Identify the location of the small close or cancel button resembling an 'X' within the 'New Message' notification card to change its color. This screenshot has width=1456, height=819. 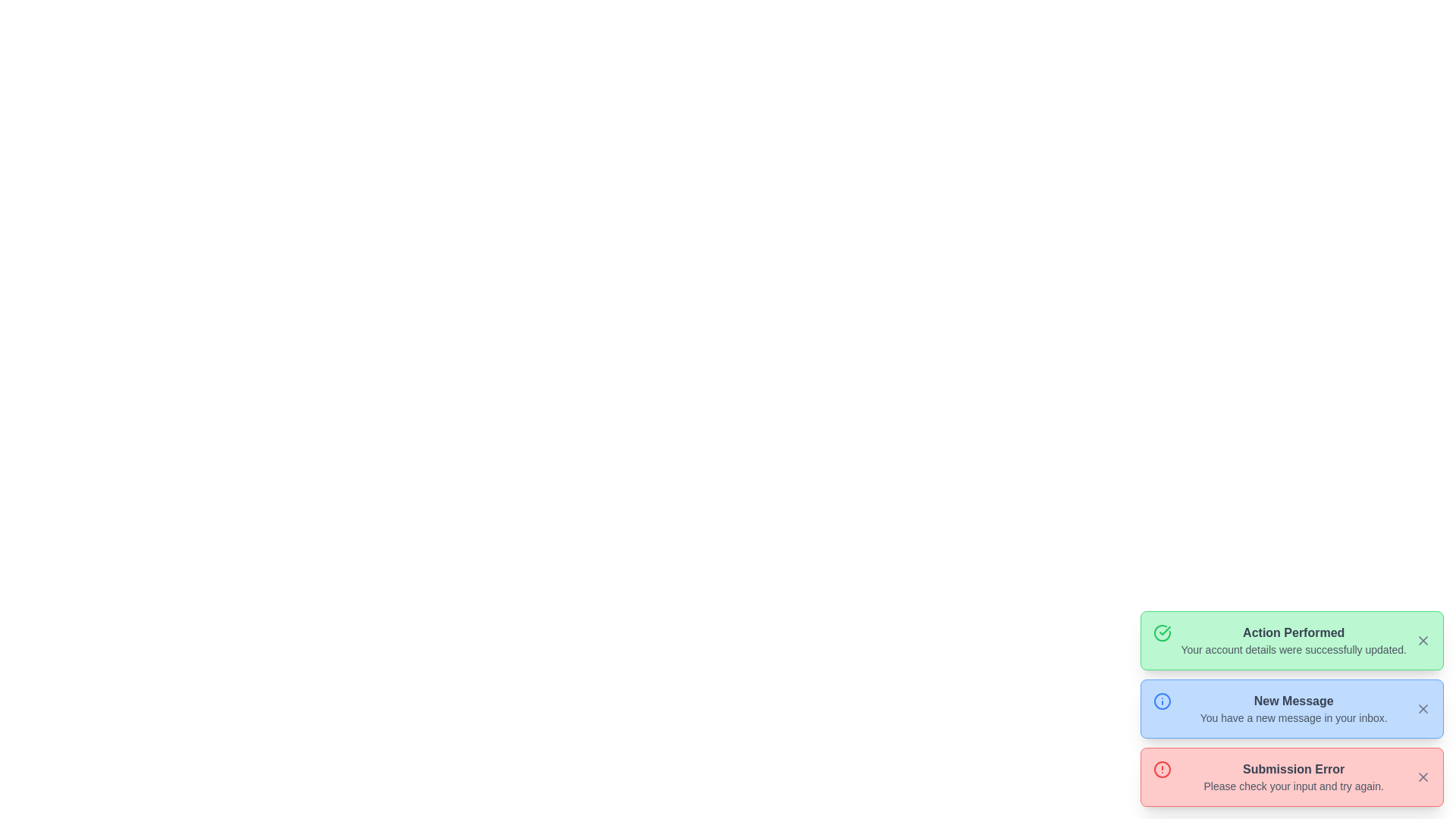
(1422, 708).